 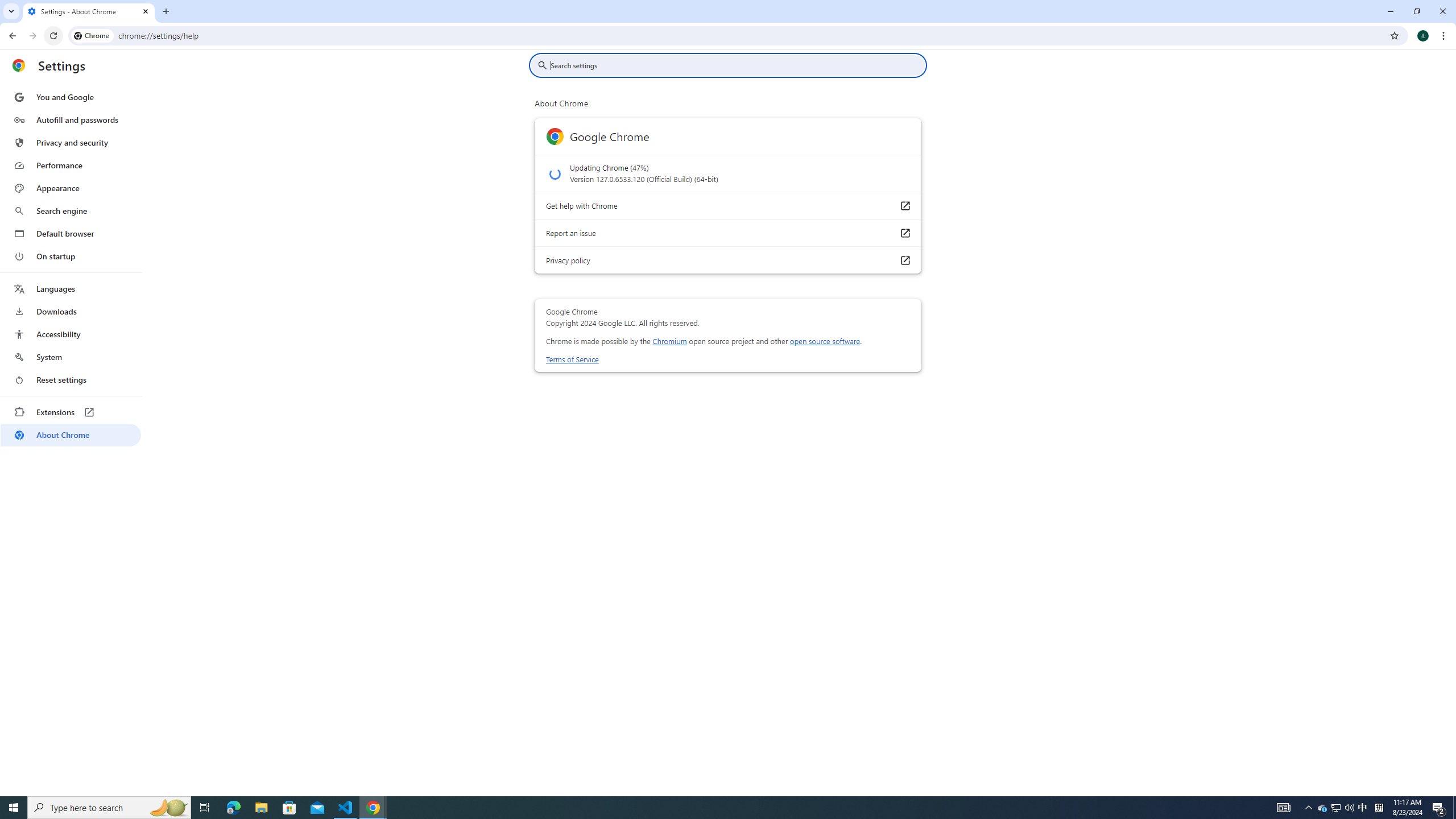 What do you see at coordinates (70, 311) in the screenshot?
I see `'Downloads'` at bounding box center [70, 311].